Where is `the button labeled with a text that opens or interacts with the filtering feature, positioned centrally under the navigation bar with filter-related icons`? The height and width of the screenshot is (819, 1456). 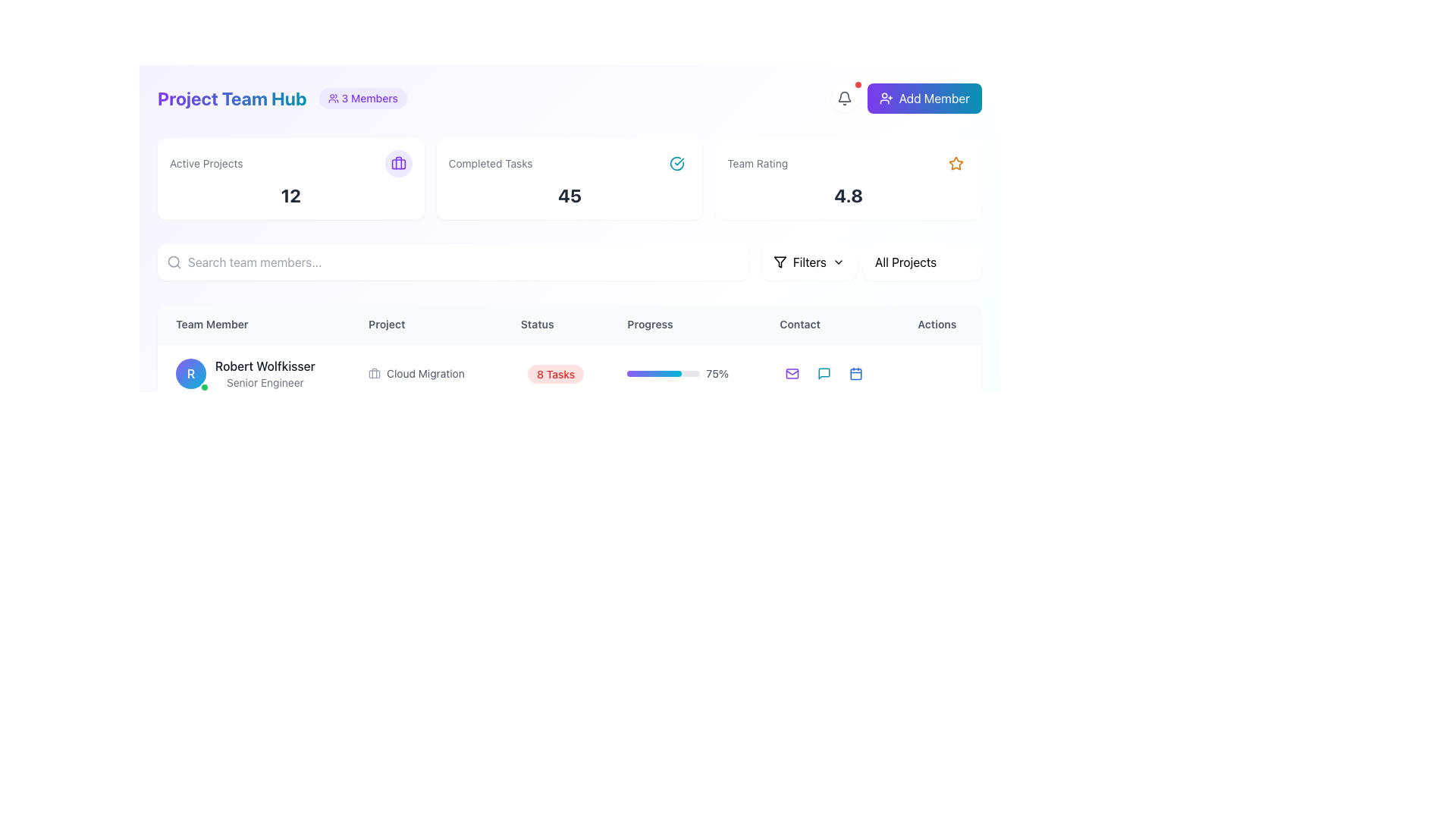
the button labeled with a text that opens or interacts with the filtering feature, positioned centrally under the navigation bar with filter-related icons is located at coordinates (808, 262).